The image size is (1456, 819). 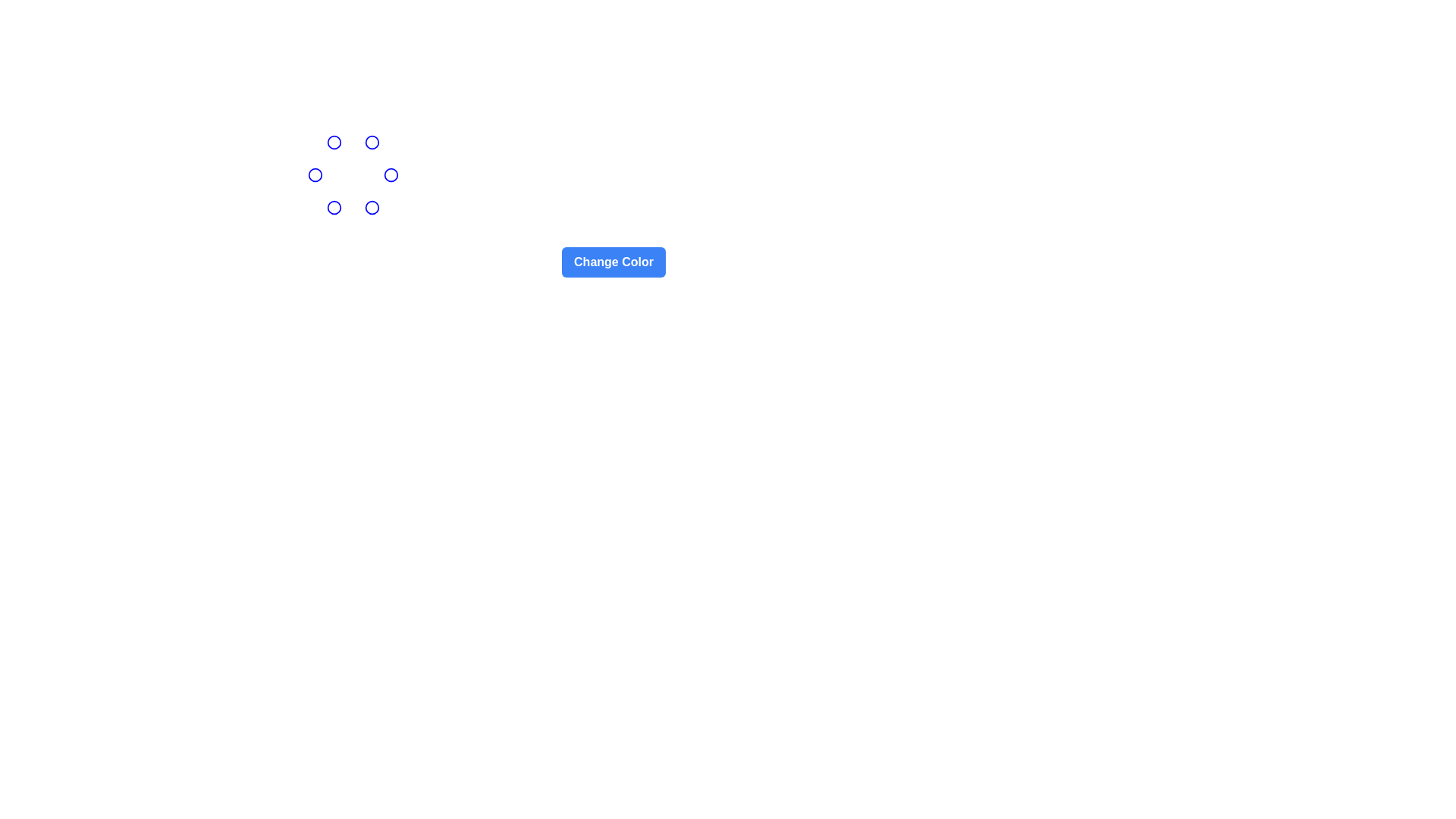 What do you see at coordinates (315, 174) in the screenshot?
I see `the blue stroke circular outline element located at the leftmost end of the group of circular SVG elements` at bounding box center [315, 174].